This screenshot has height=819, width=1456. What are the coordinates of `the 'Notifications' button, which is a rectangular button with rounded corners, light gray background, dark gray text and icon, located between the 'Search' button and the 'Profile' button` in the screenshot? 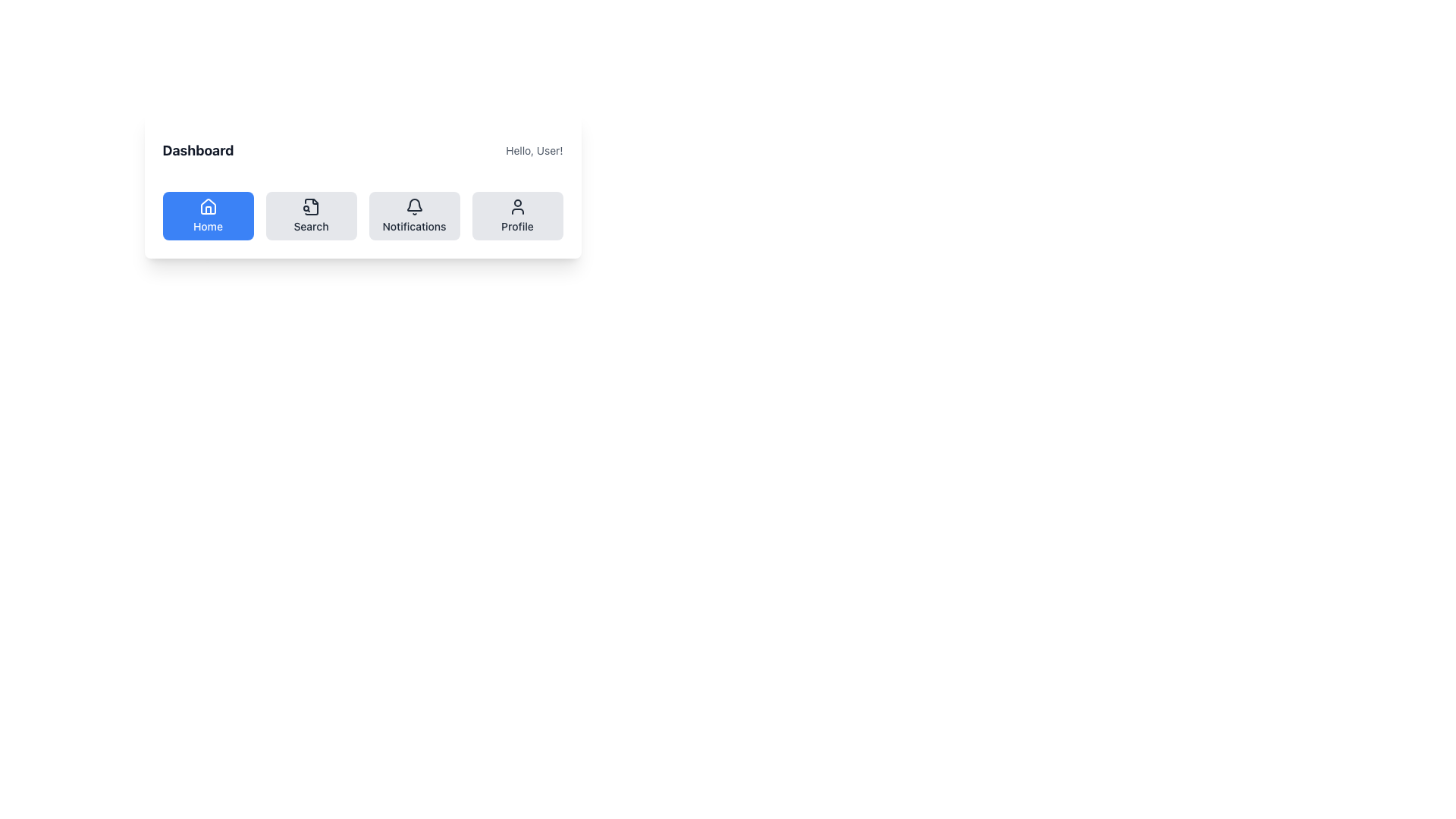 It's located at (414, 216).